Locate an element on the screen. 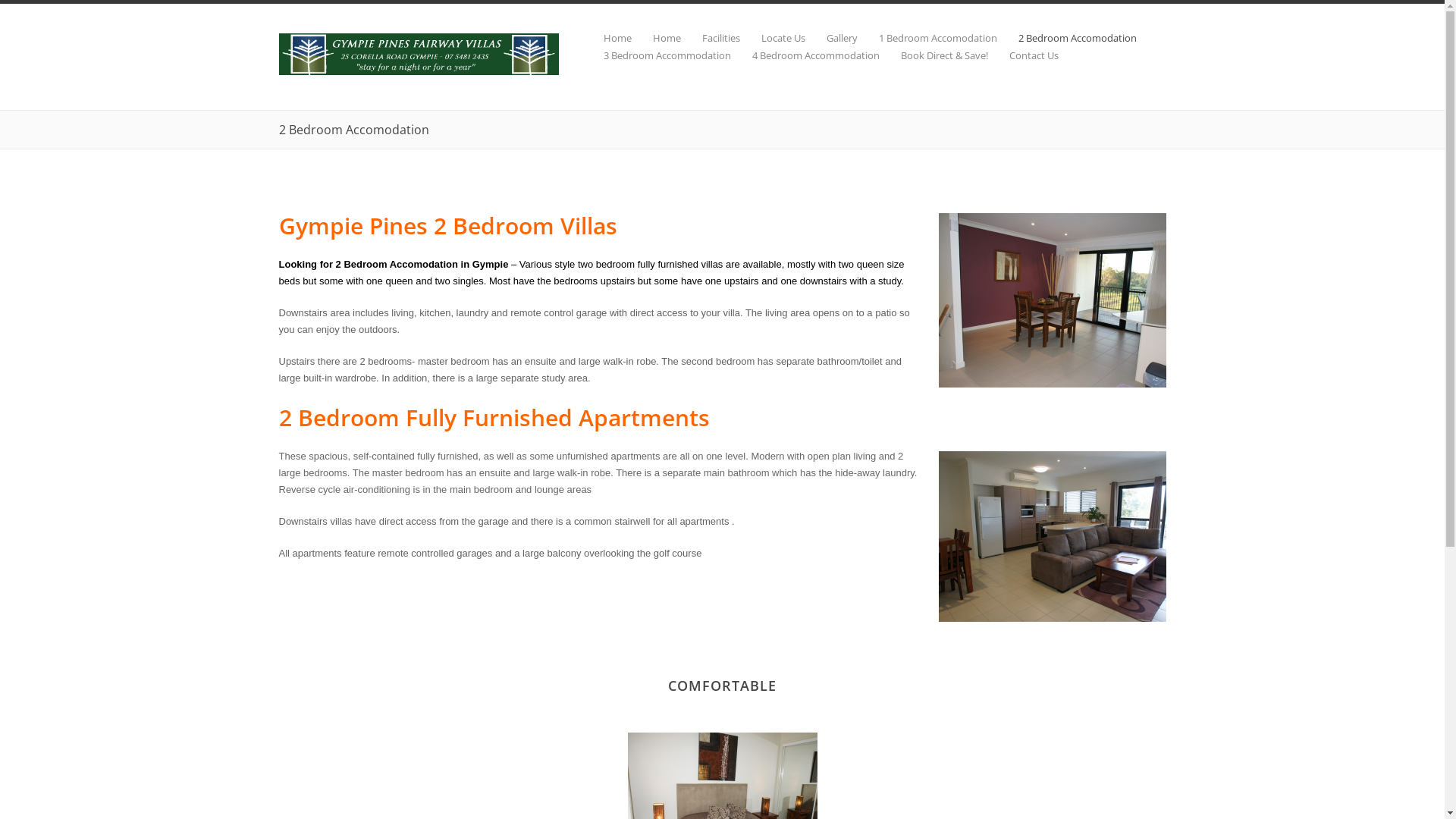  'Locate Us' is located at coordinates (739, 37).